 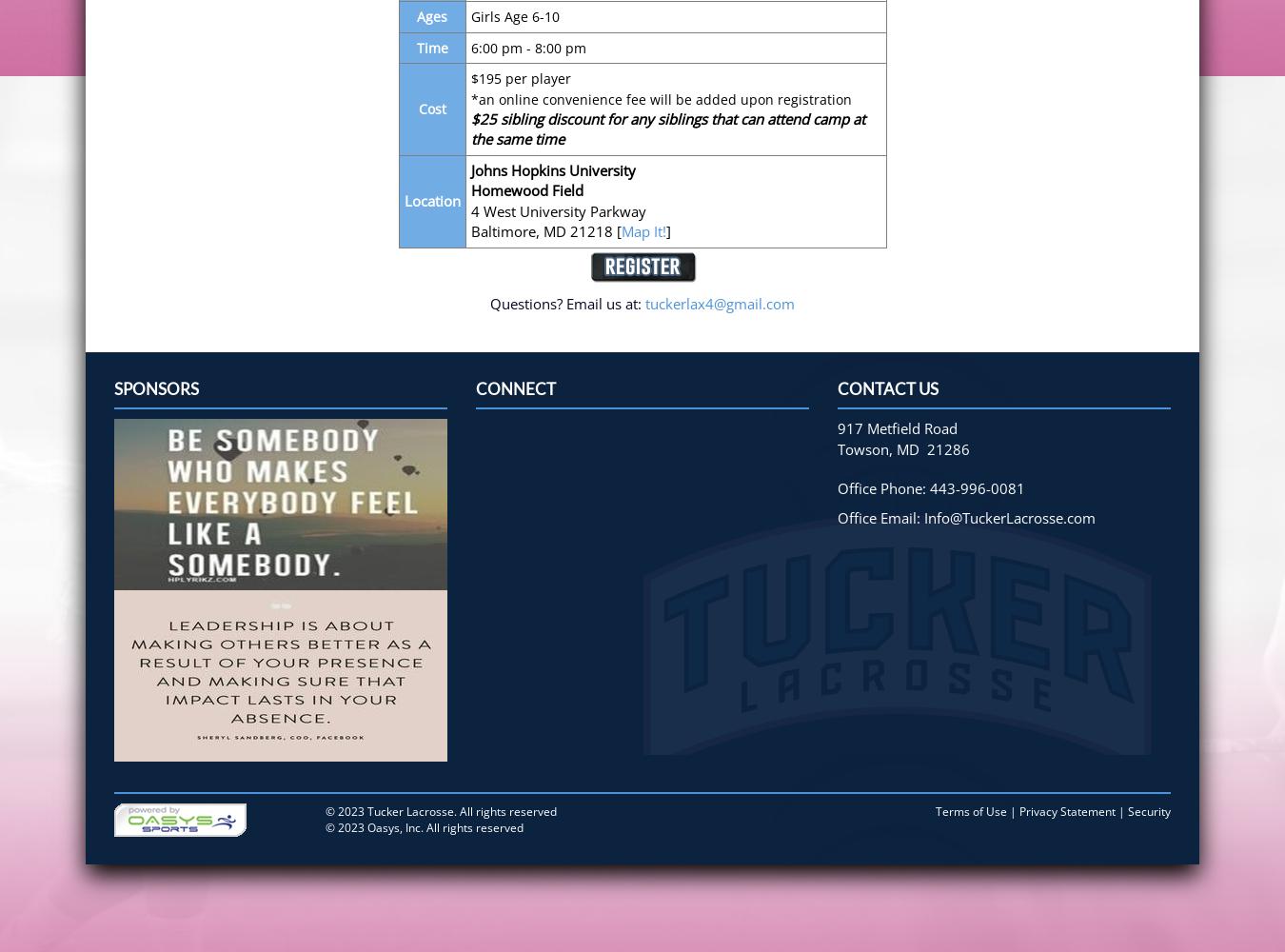 What do you see at coordinates (882, 487) in the screenshot?
I see `'Office Phone:'` at bounding box center [882, 487].